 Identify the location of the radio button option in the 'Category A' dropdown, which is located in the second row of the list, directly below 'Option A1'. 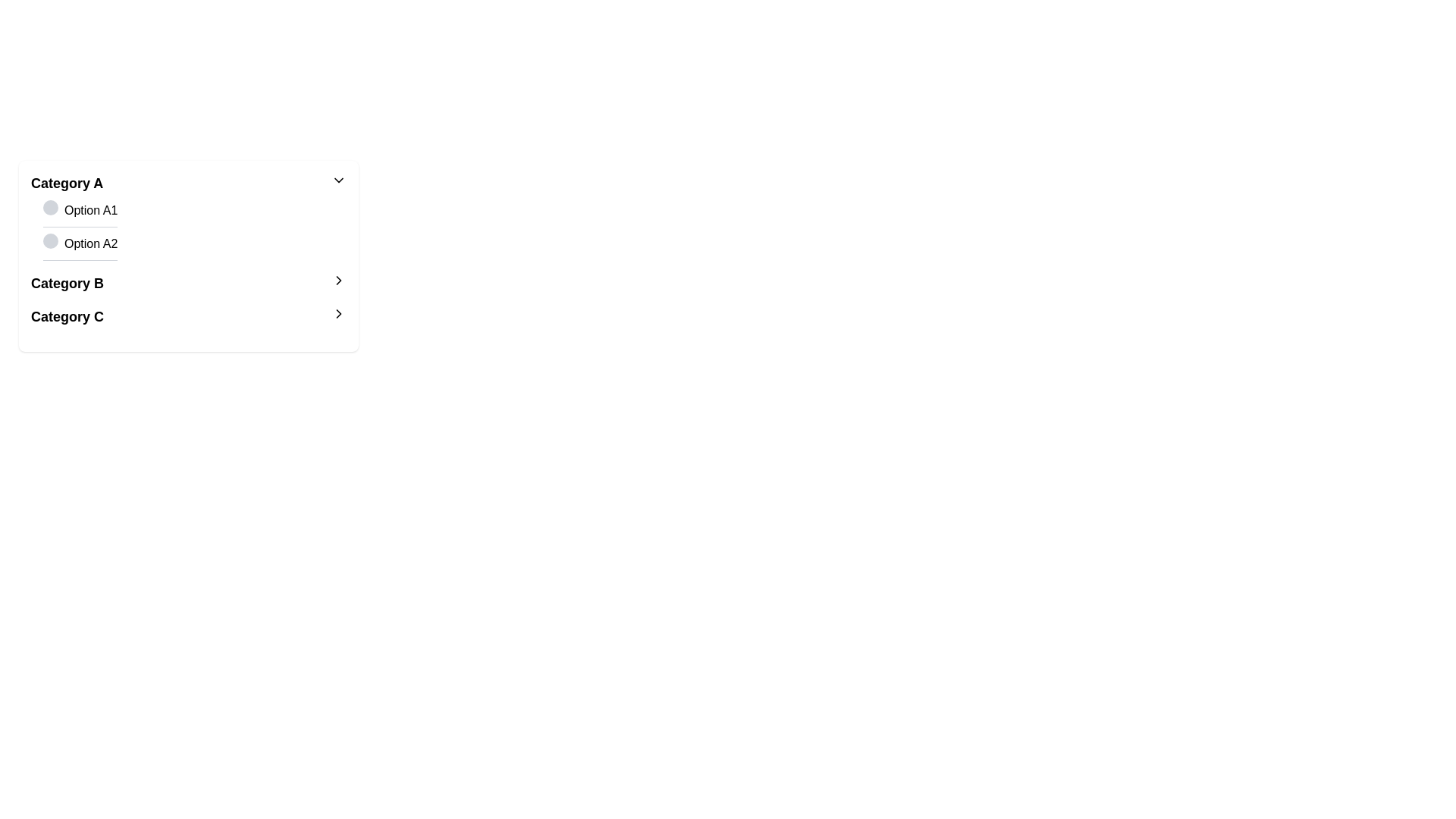
(194, 246).